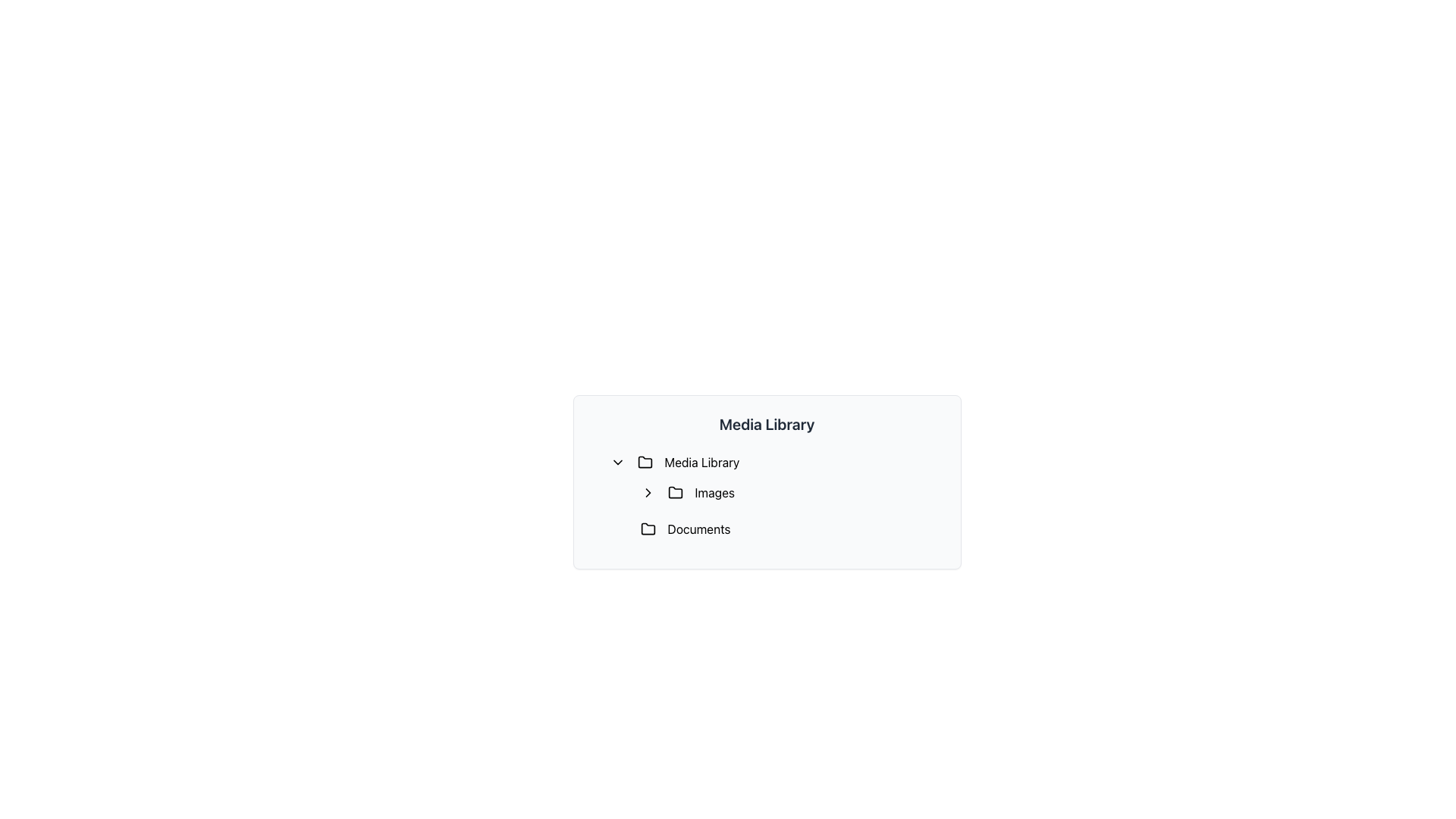 This screenshot has height=819, width=1456. I want to click on the folder icon located to the left of the text 'Documents' in the 'Media Library' menu, so click(648, 529).